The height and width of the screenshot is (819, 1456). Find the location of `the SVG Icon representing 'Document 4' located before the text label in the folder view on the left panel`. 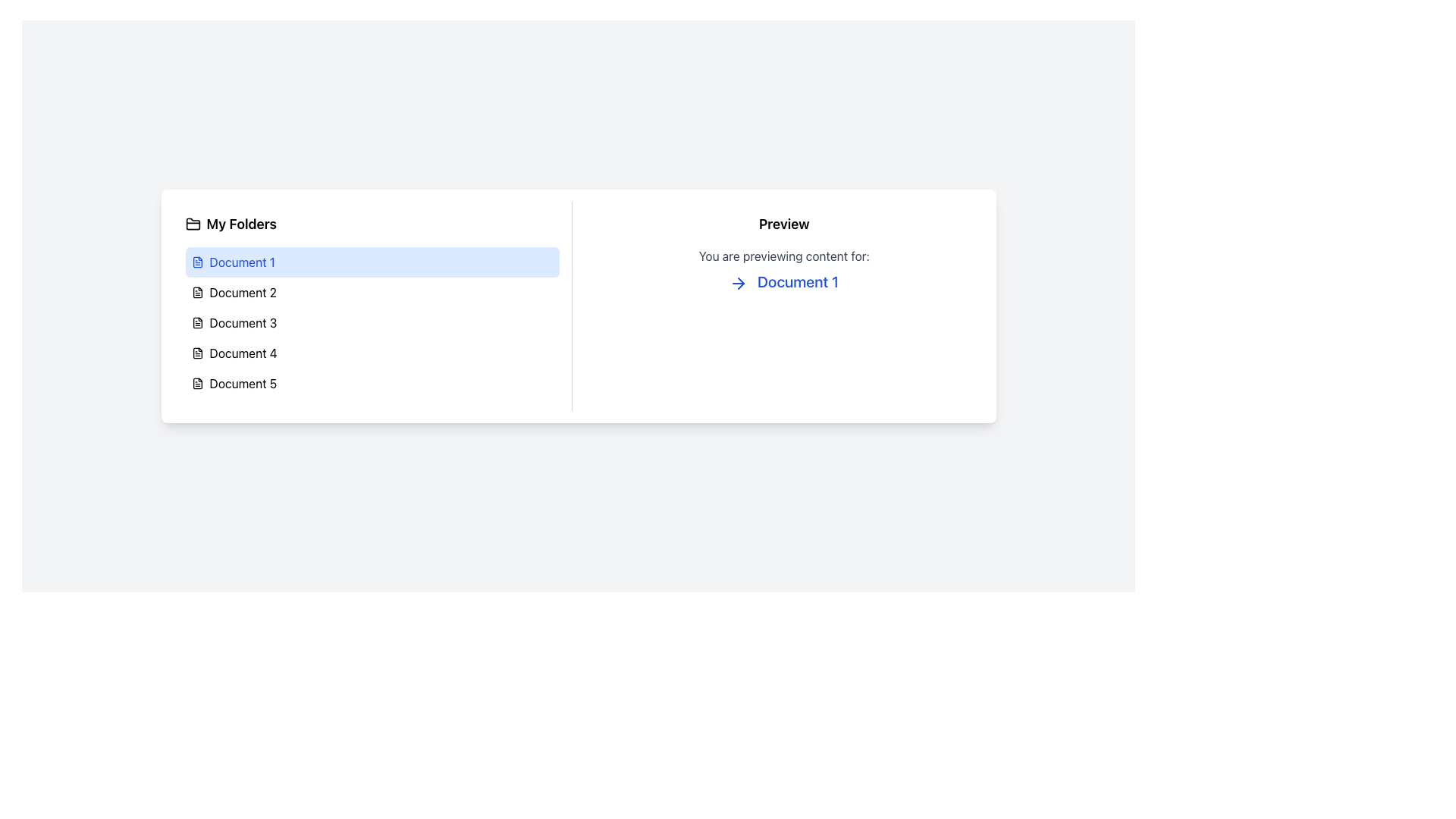

the SVG Icon representing 'Document 4' located before the text label in the folder view on the left panel is located at coordinates (196, 353).